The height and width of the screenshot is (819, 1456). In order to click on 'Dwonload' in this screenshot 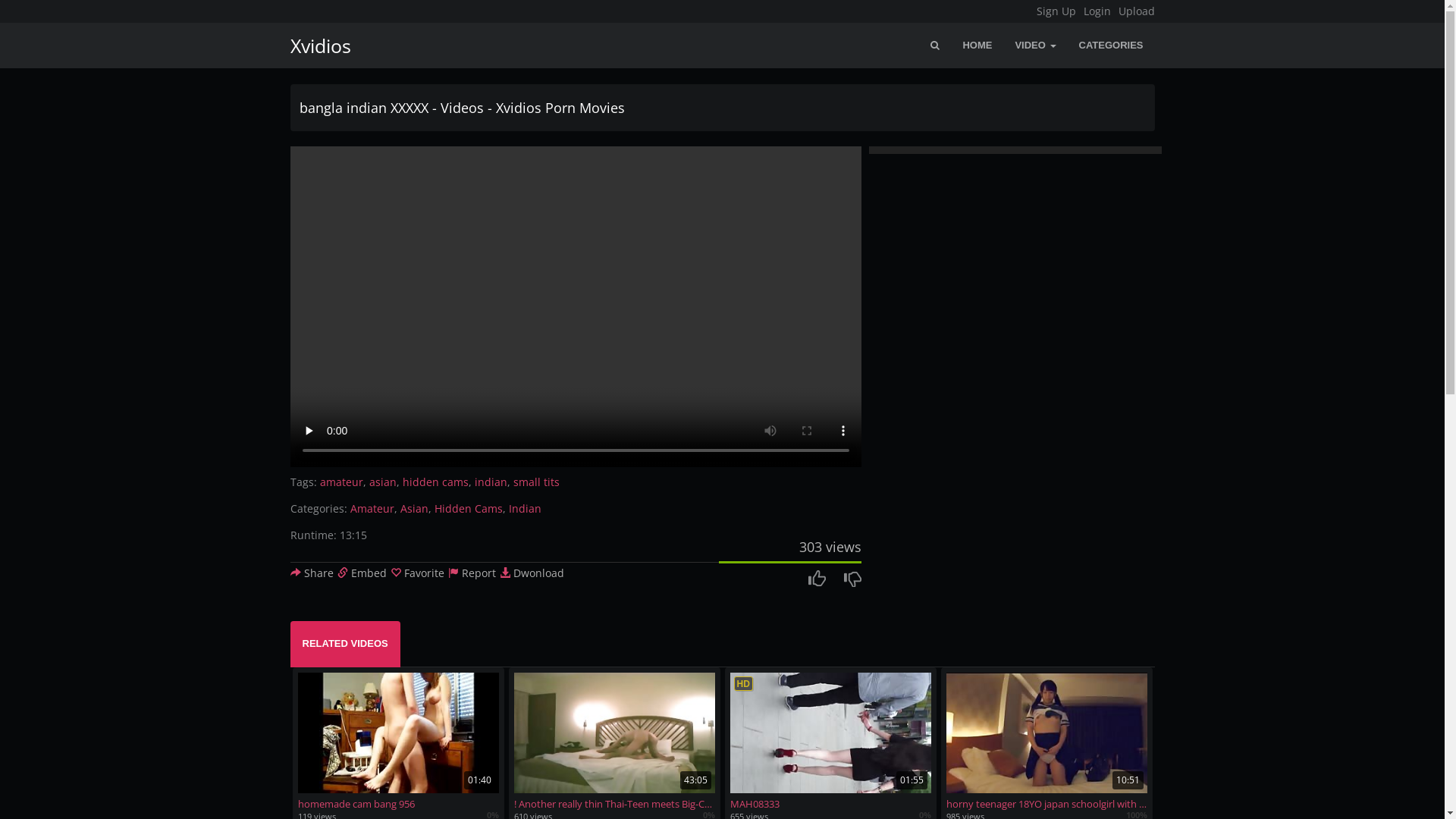, I will do `click(531, 573)`.